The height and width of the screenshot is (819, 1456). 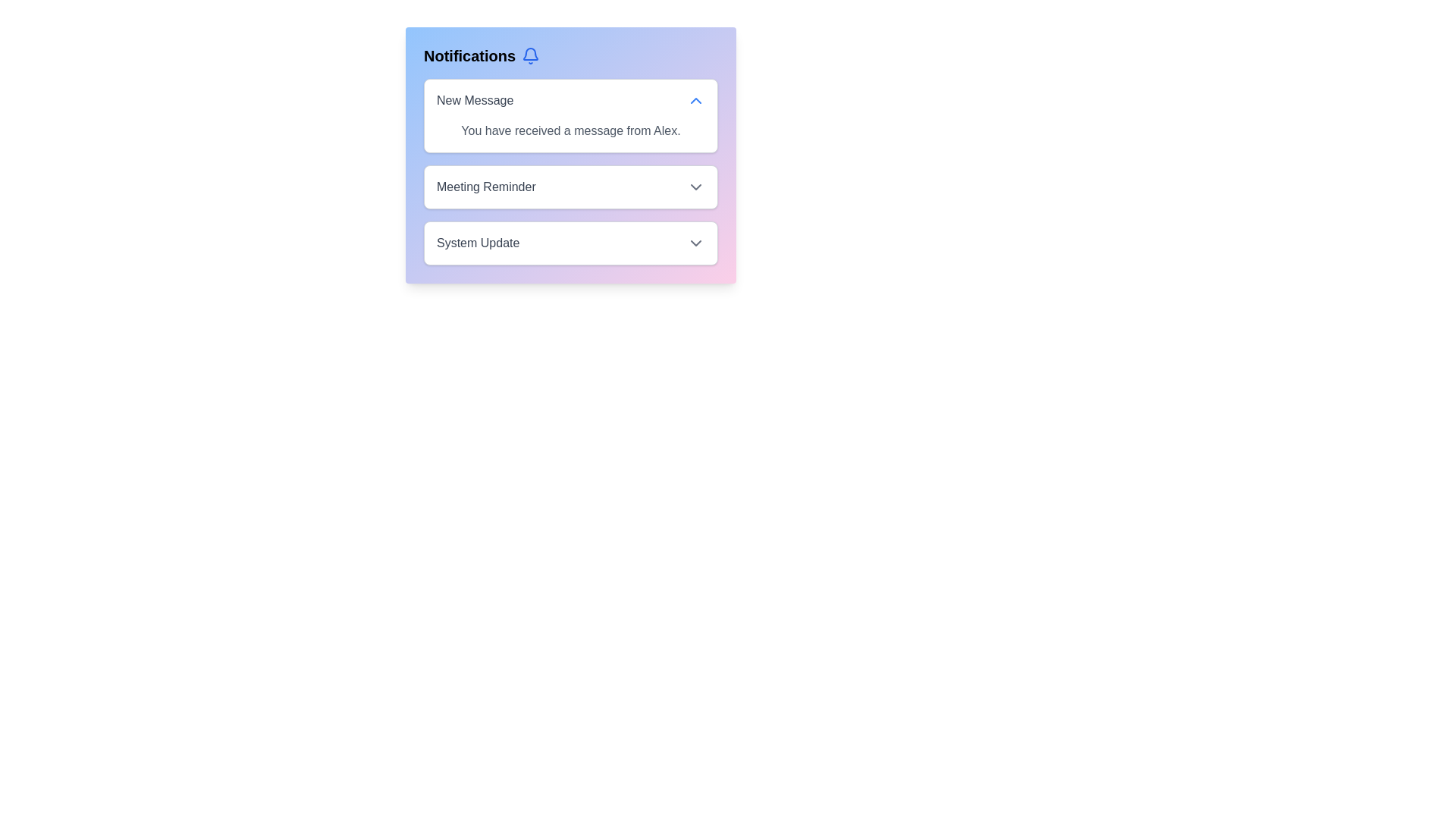 I want to click on the downward-pointing arrow icon next to the 'System Update' text, so click(x=695, y=242).